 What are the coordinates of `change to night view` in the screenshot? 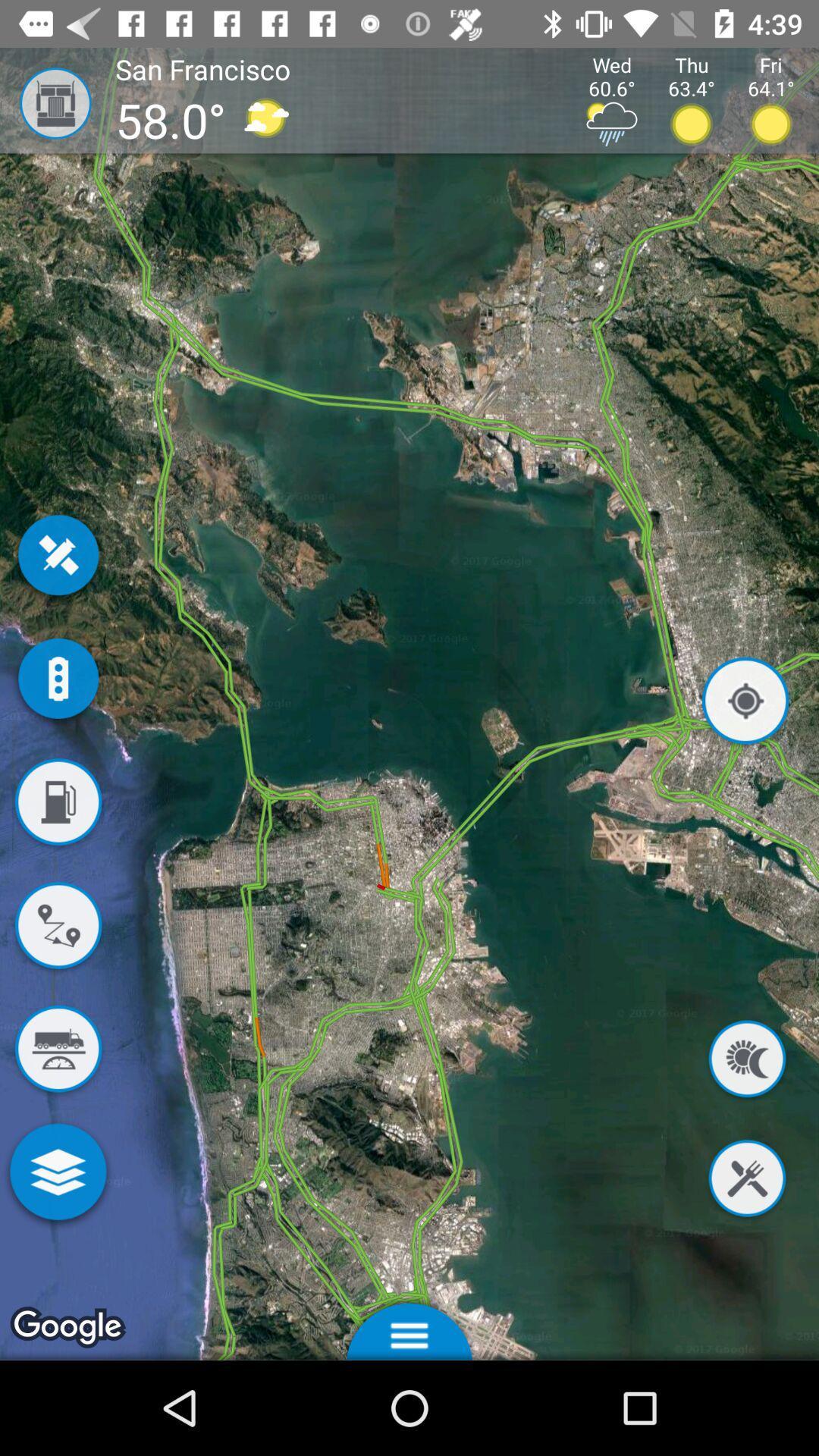 It's located at (746, 1061).